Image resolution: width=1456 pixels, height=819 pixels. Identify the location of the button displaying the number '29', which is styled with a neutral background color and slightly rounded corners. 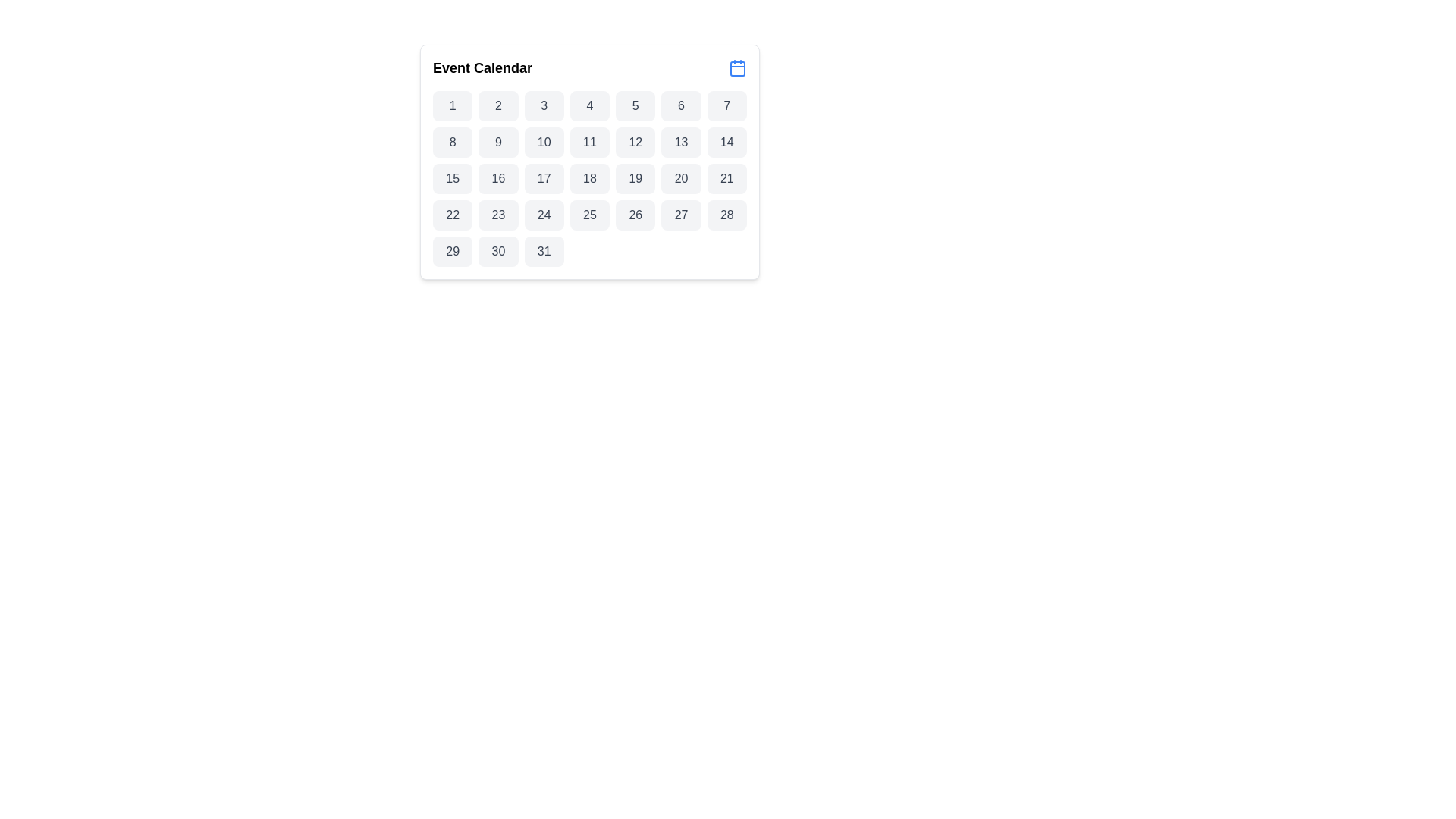
(452, 250).